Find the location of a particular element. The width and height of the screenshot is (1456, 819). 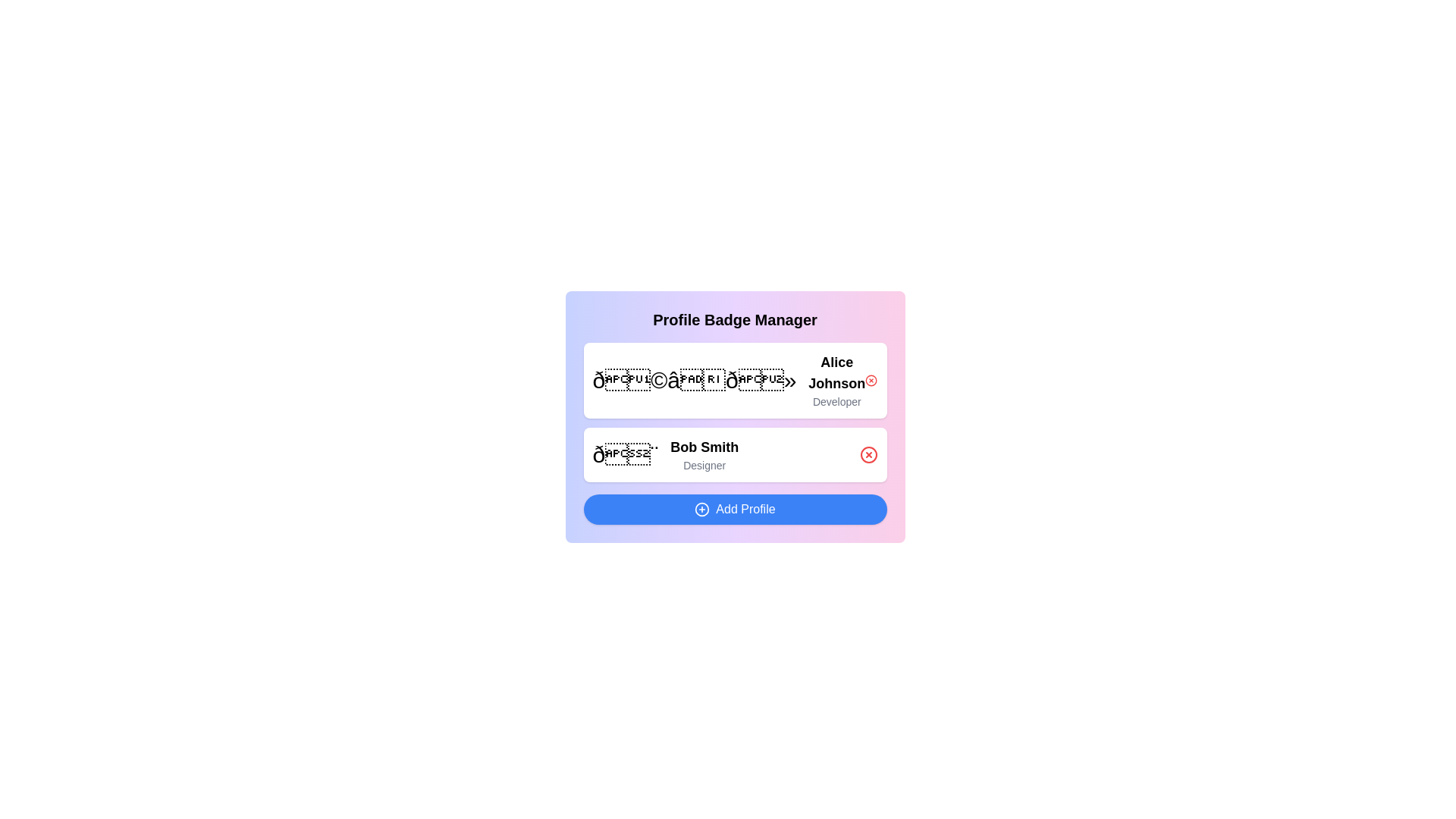

the remove button for the profile Bob Smith is located at coordinates (868, 454).